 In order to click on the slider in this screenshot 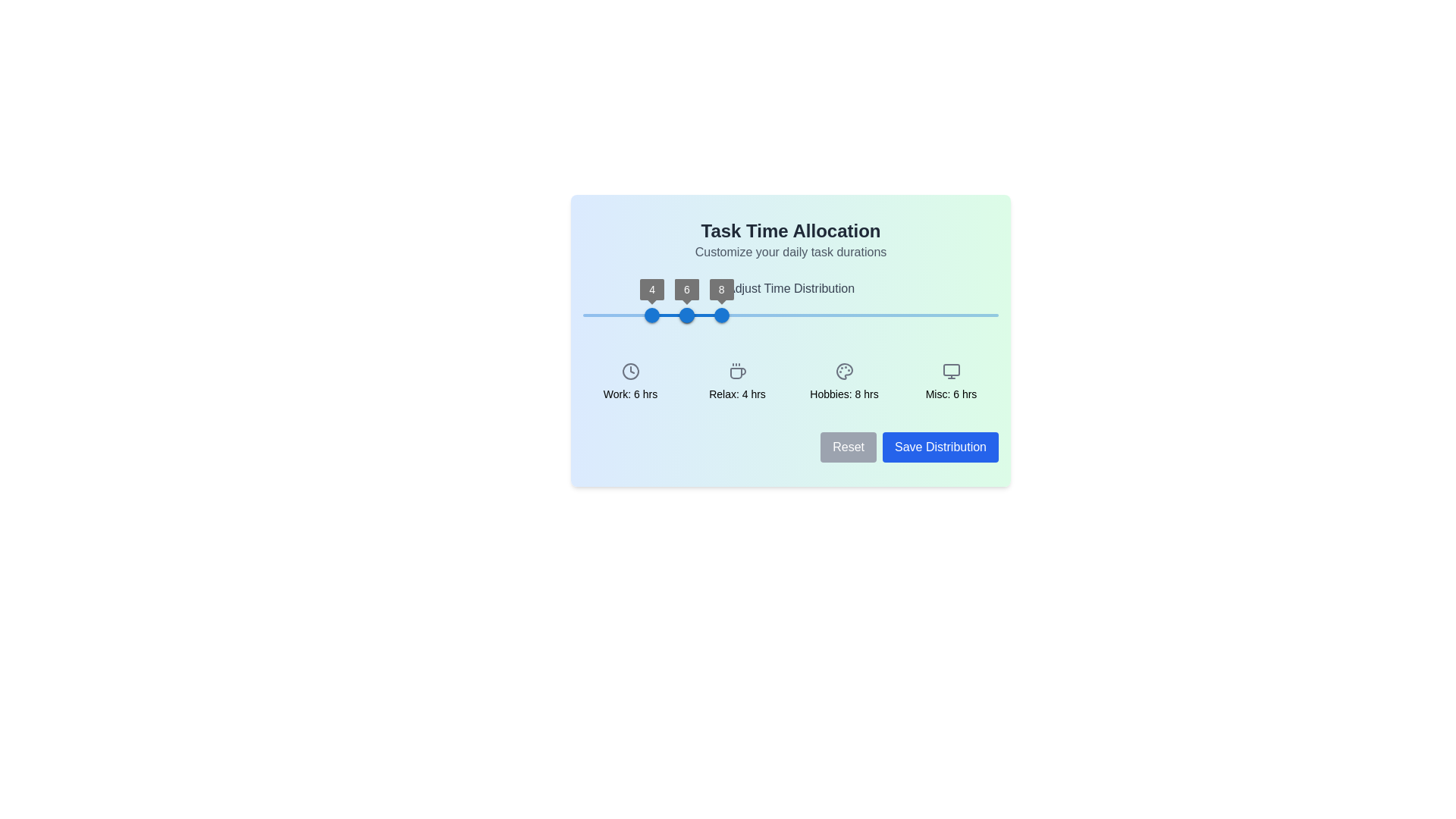, I will do `click(682, 303)`.